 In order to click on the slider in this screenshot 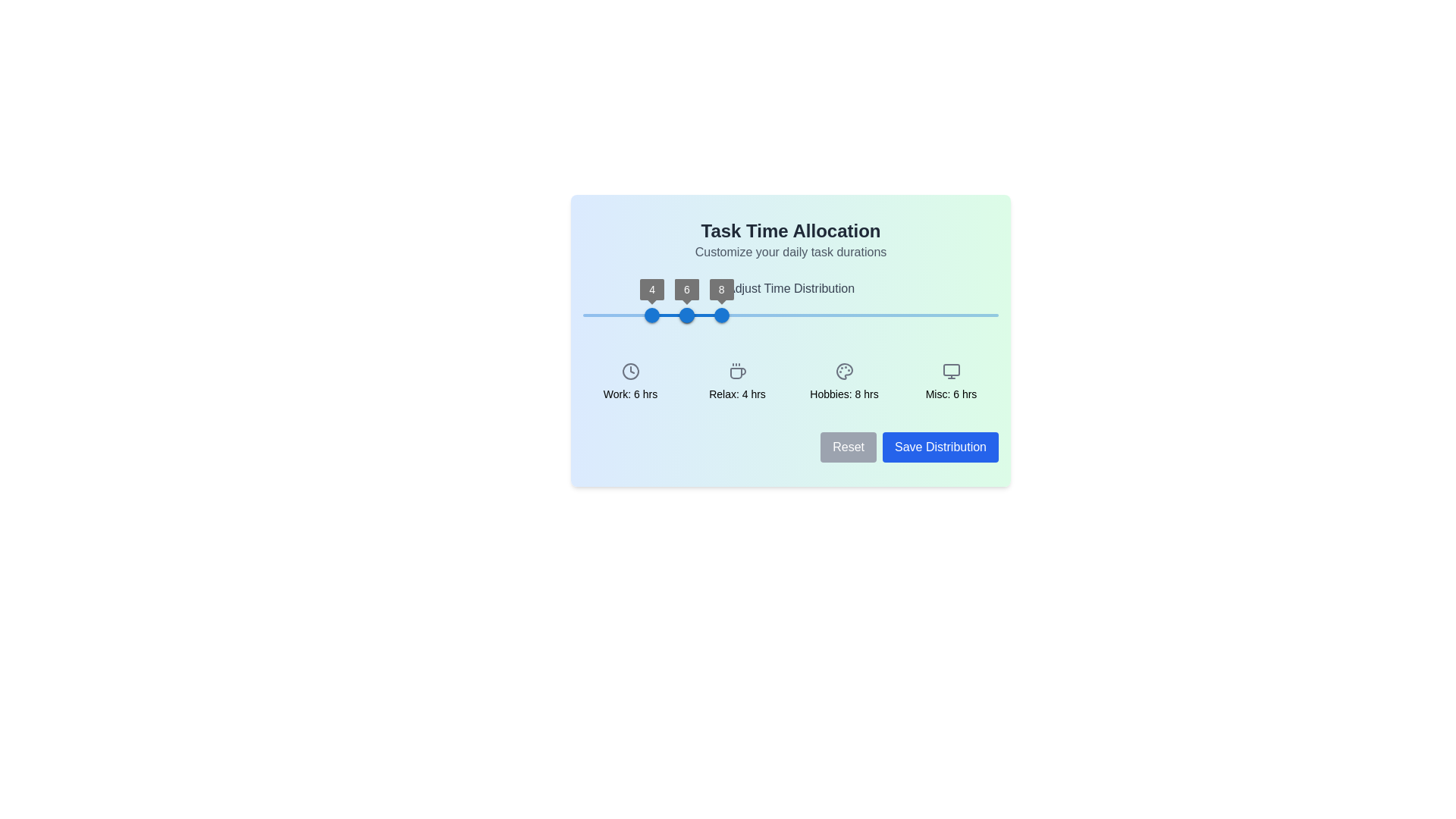, I will do `click(682, 303)`.